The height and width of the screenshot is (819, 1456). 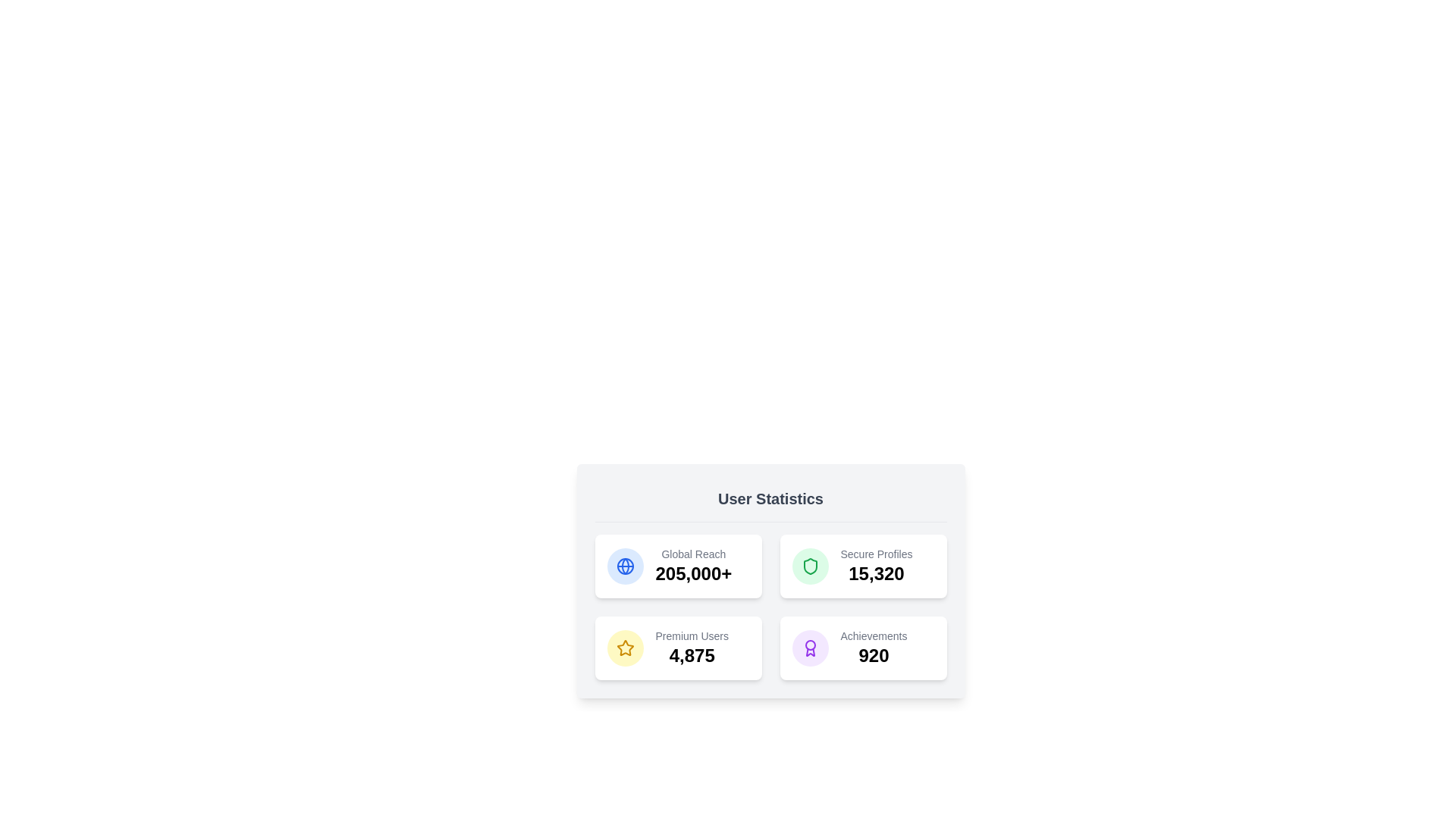 What do you see at coordinates (770, 580) in the screenshot?
I see `displayed statistics from the informational panel titled 'User Statistics' that contains a grid of four white rounded cards with icons and statistics` at bounding box center [770, 580].